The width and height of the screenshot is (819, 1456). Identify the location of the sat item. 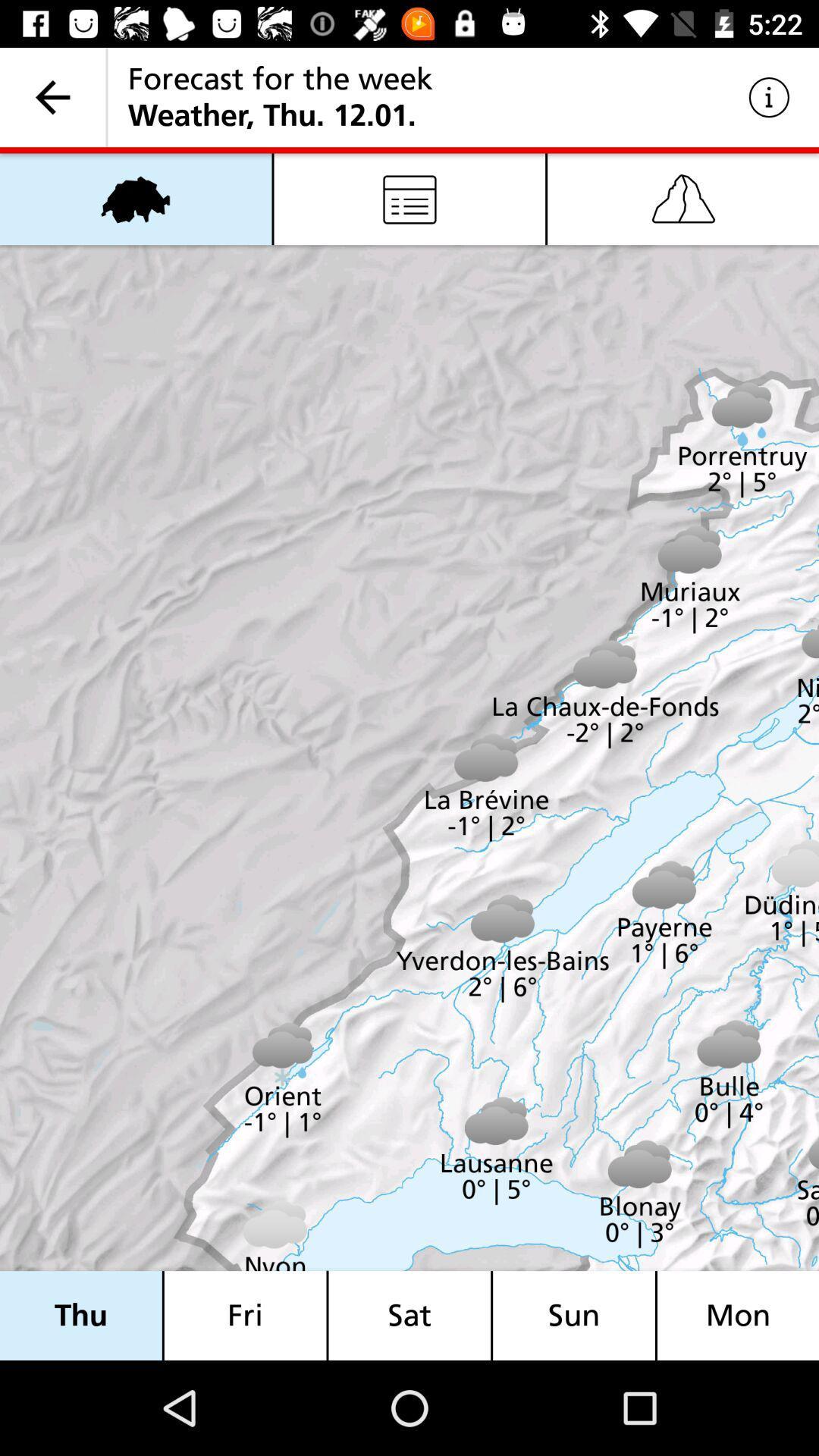
(409, 1315).